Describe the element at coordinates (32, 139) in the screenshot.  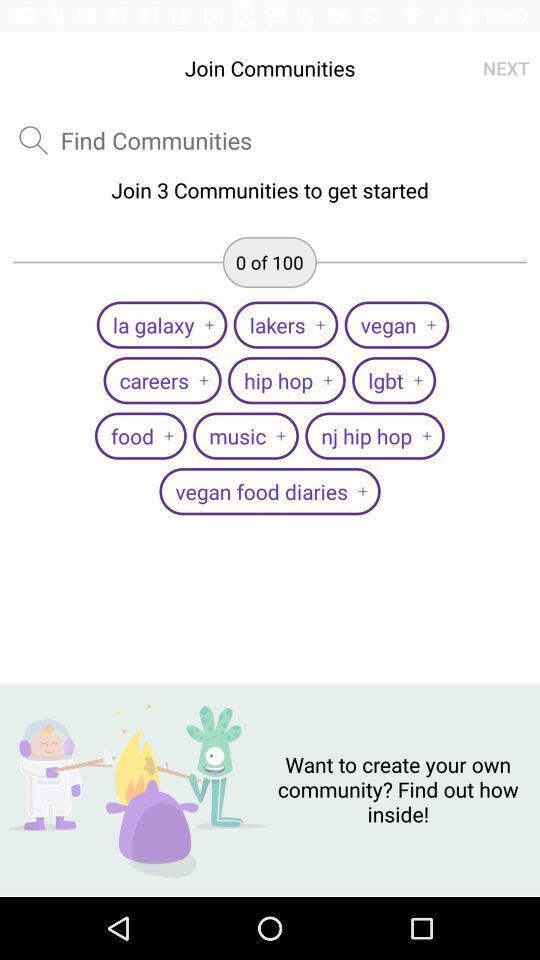
I see `item above the join 3 communities` at that location.